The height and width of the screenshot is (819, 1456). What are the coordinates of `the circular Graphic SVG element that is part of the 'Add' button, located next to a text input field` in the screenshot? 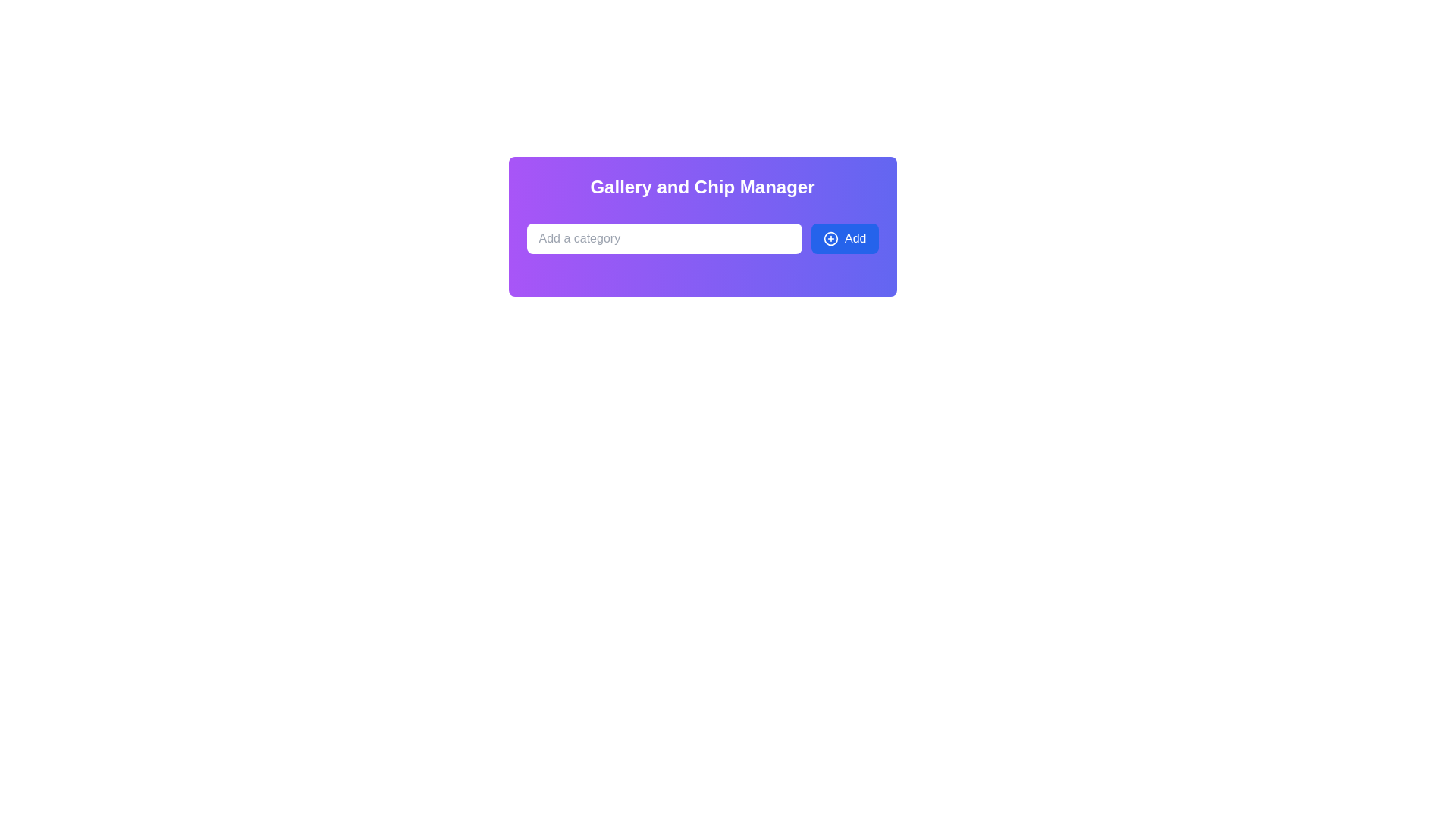 It's located at (830, 239).